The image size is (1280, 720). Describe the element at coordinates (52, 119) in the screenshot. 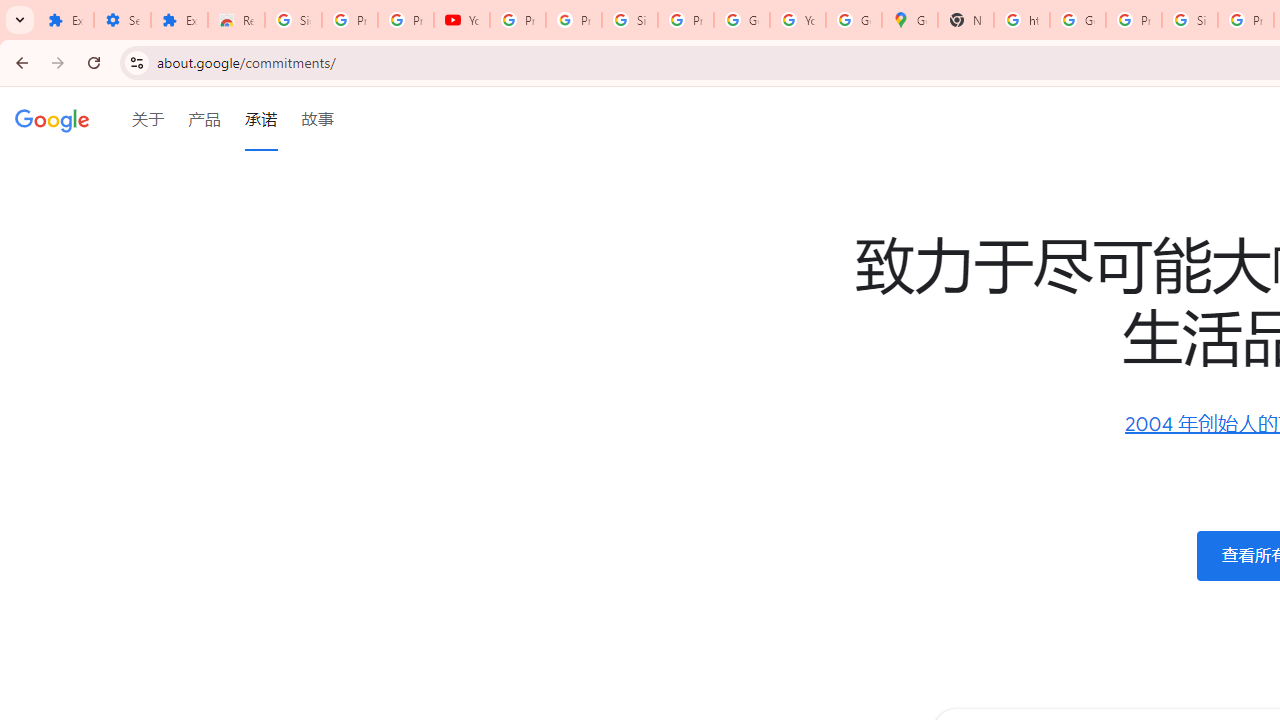

I see `'Google'` at that location.